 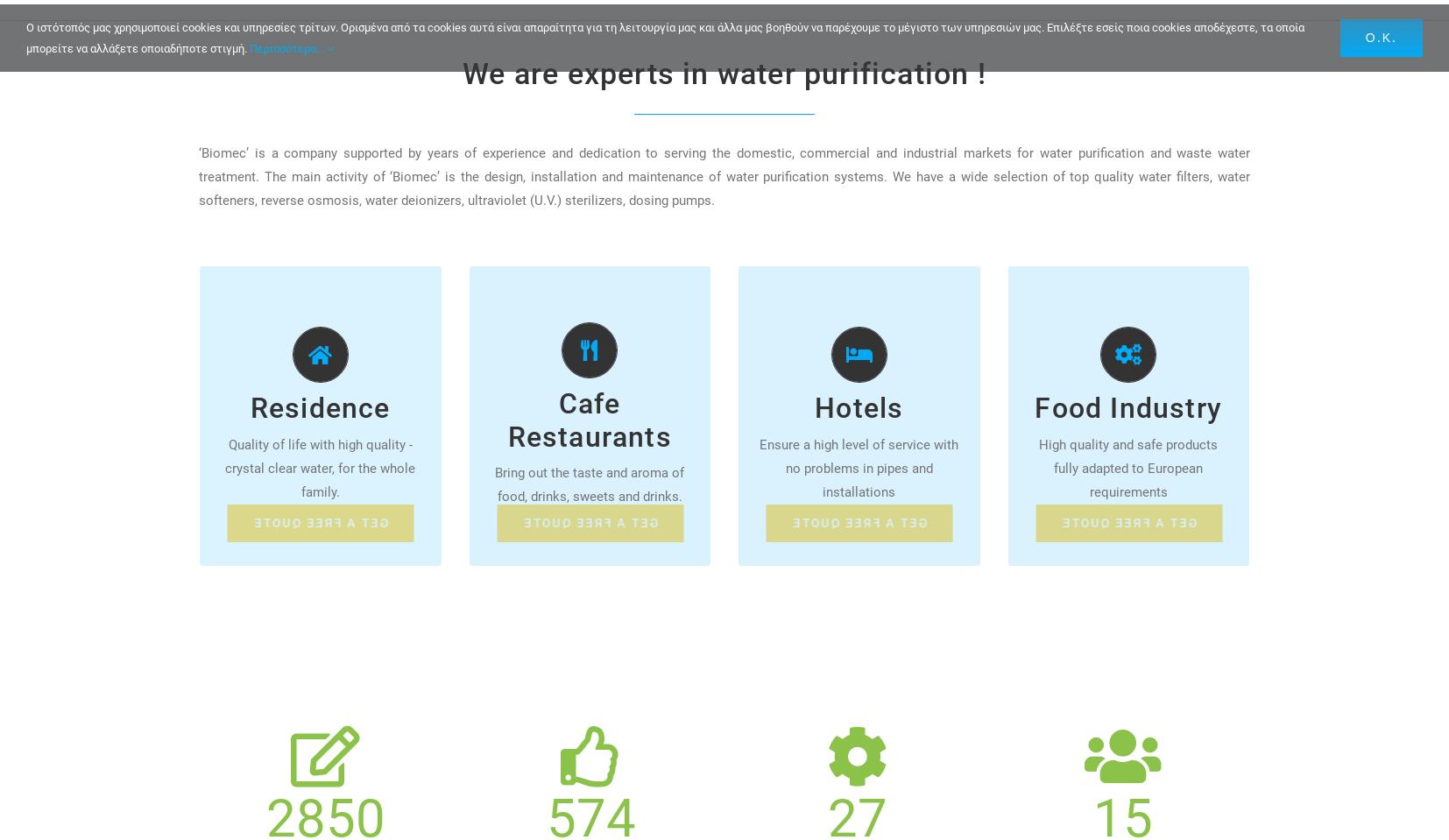 What do you see at coordinates (147, 39) in the screenshot?
I see `'Πνευματικά δικαιώματα © 2023 Biomec'` at bounding box center [147, 39].